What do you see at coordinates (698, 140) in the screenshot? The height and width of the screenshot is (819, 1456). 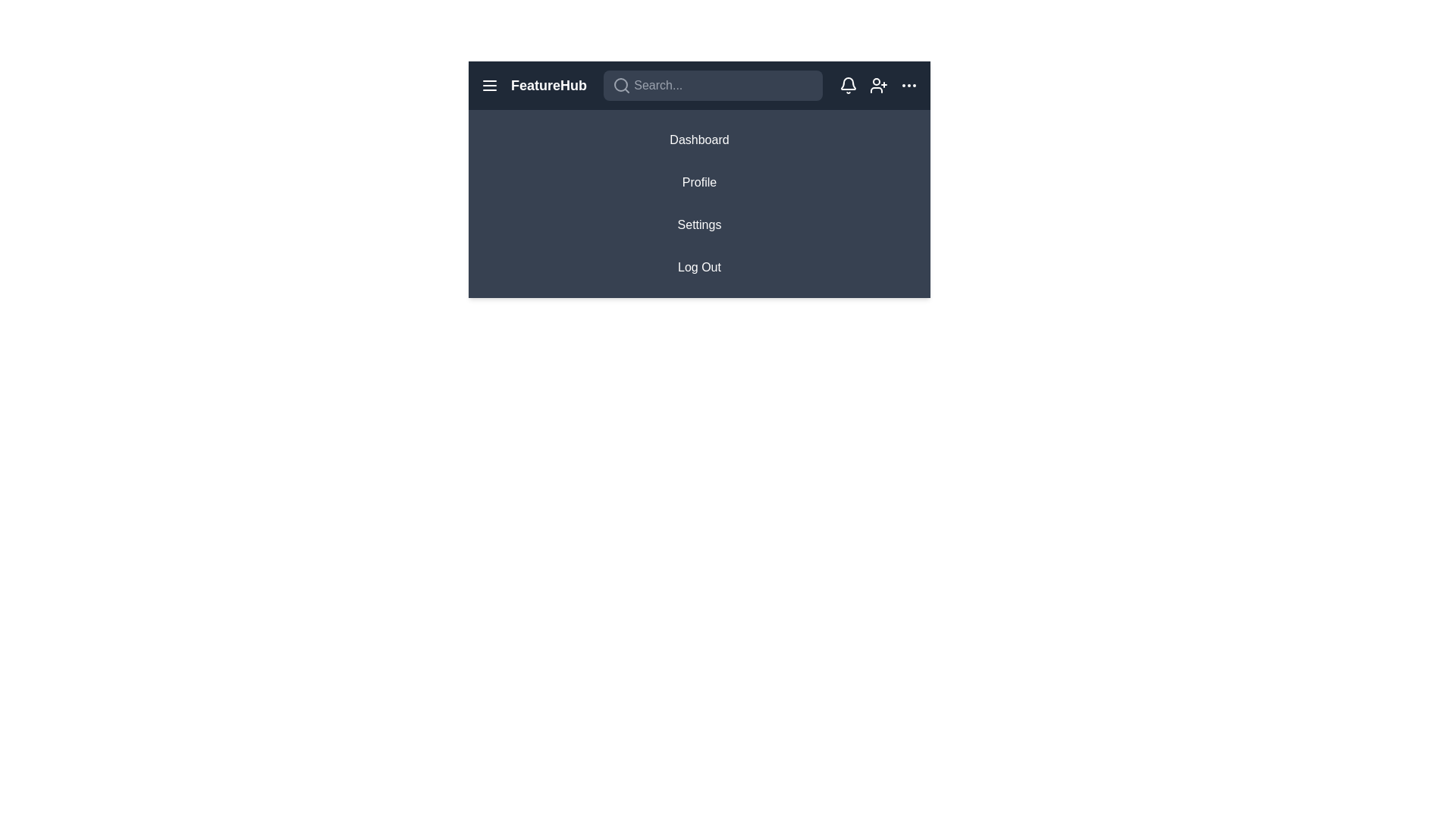 I see `the first item in the vertical list of options, which serves as a menu option` at bounding box center [698, 140].